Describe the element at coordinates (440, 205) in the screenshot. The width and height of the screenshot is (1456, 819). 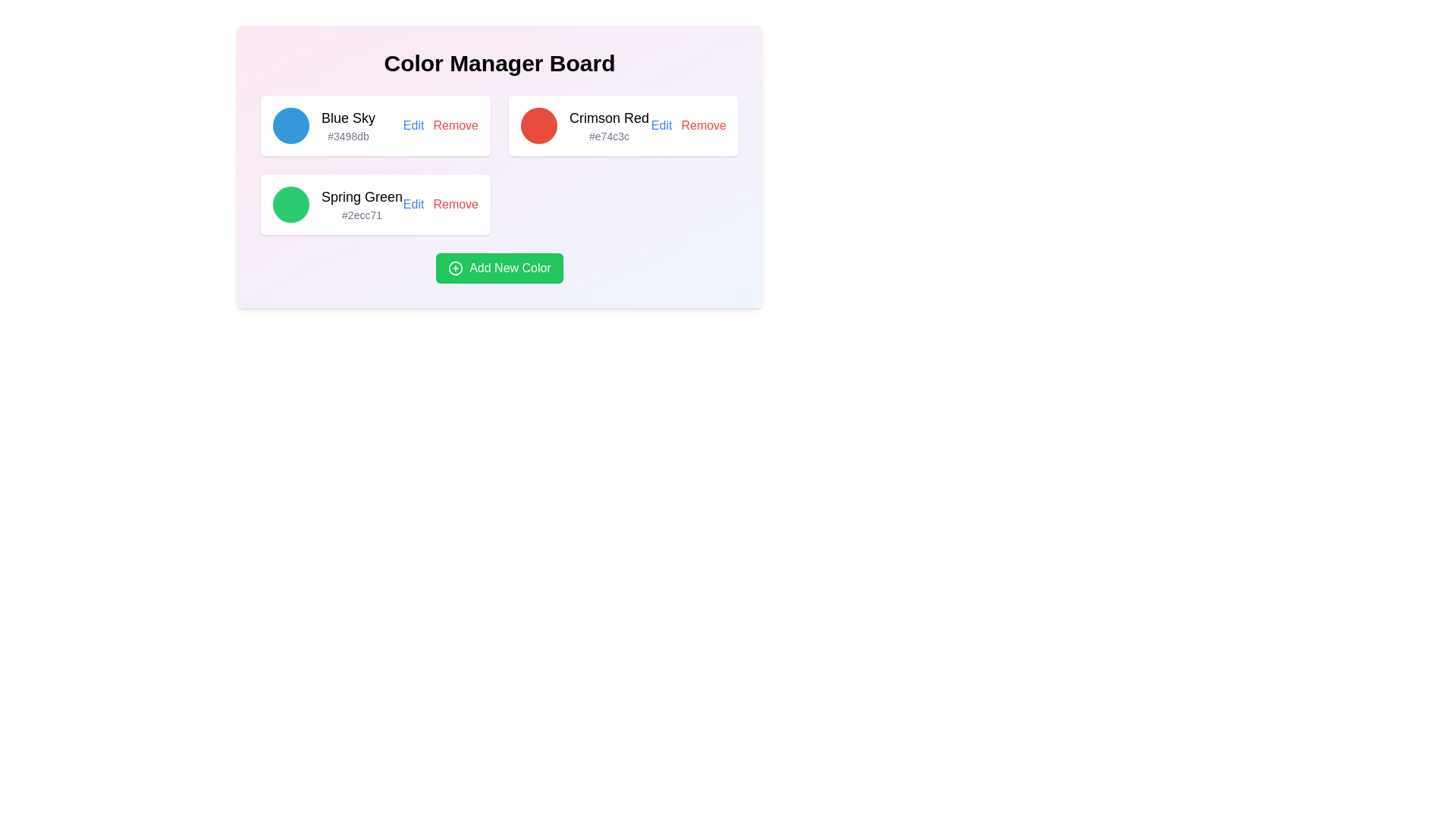
I see `the 'Remove' button, which is styled in red and is part of a composite element containing 'Edit' and 'Remove' labels in the bottom row of the 'Spring Green #2ecc71' card` at that location.